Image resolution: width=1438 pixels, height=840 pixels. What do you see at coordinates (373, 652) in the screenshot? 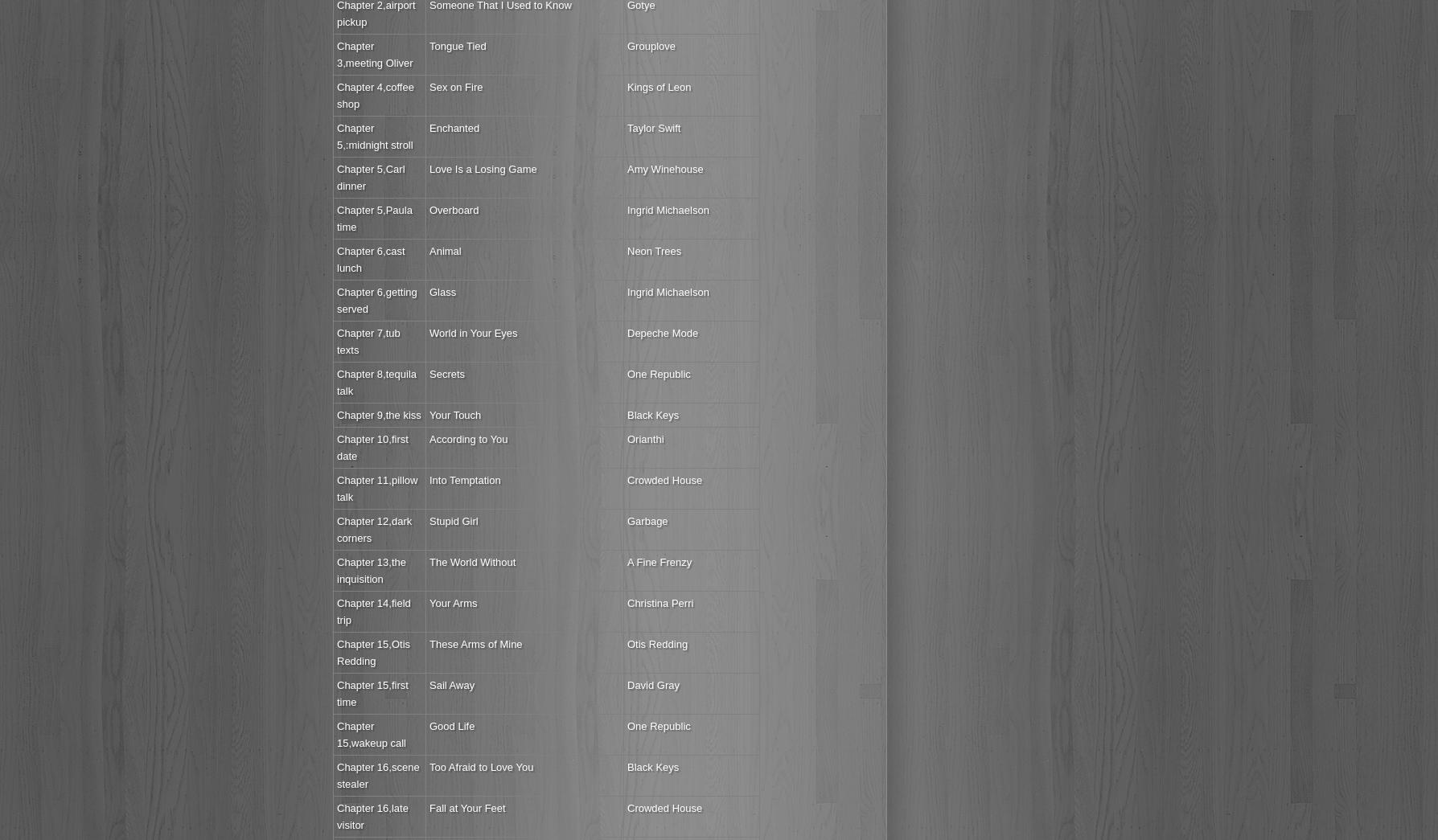
I see `'Chapter 15,Otis Redding'` at bounding box center [373, 652].